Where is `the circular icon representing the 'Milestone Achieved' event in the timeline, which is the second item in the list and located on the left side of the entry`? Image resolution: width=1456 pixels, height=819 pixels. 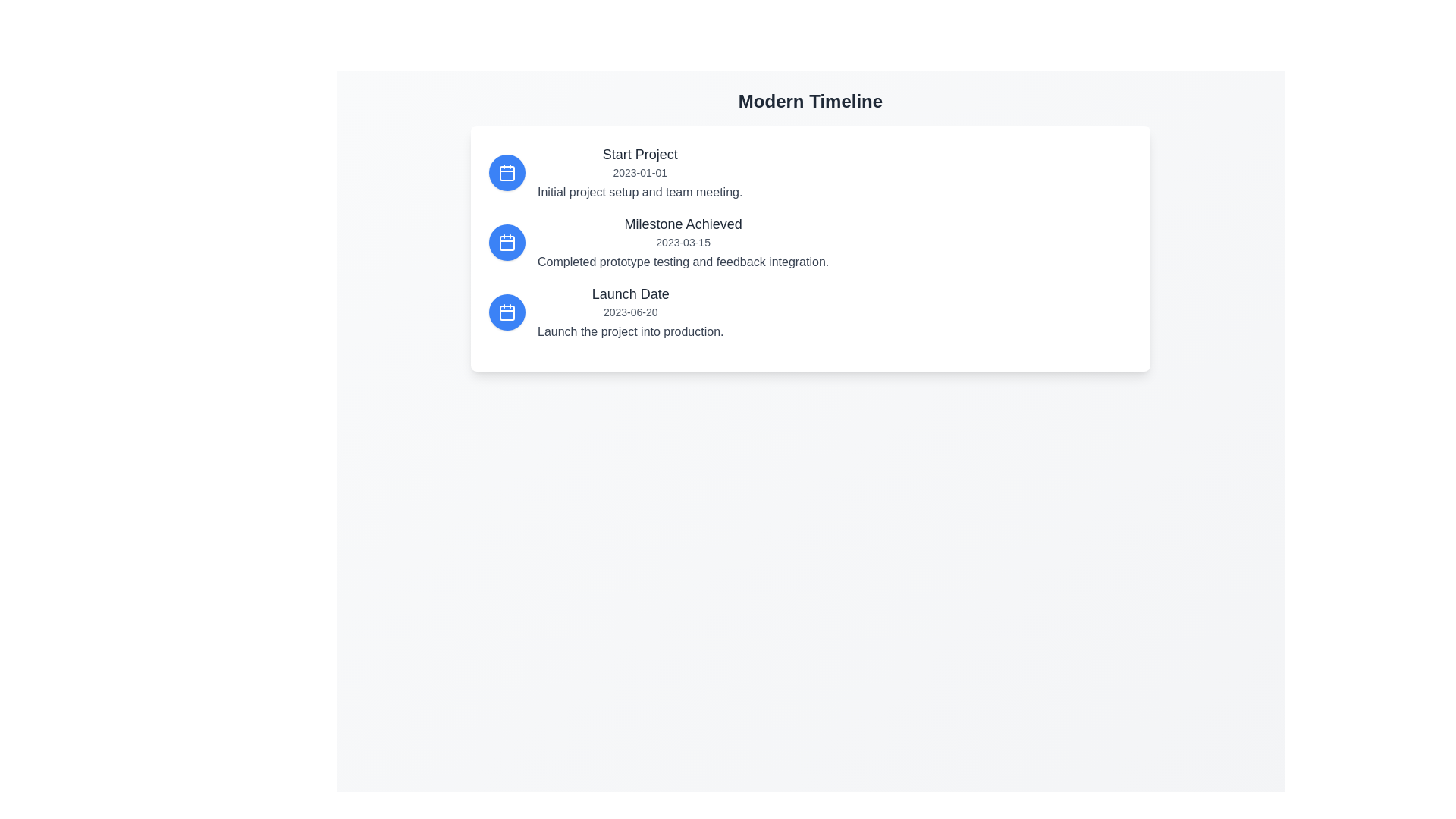
the circular icon representing the 'Milestone Achieved' event in the timeline, which is the second item in the list and located on the left side of the entry is located at coordinates (507, 242).